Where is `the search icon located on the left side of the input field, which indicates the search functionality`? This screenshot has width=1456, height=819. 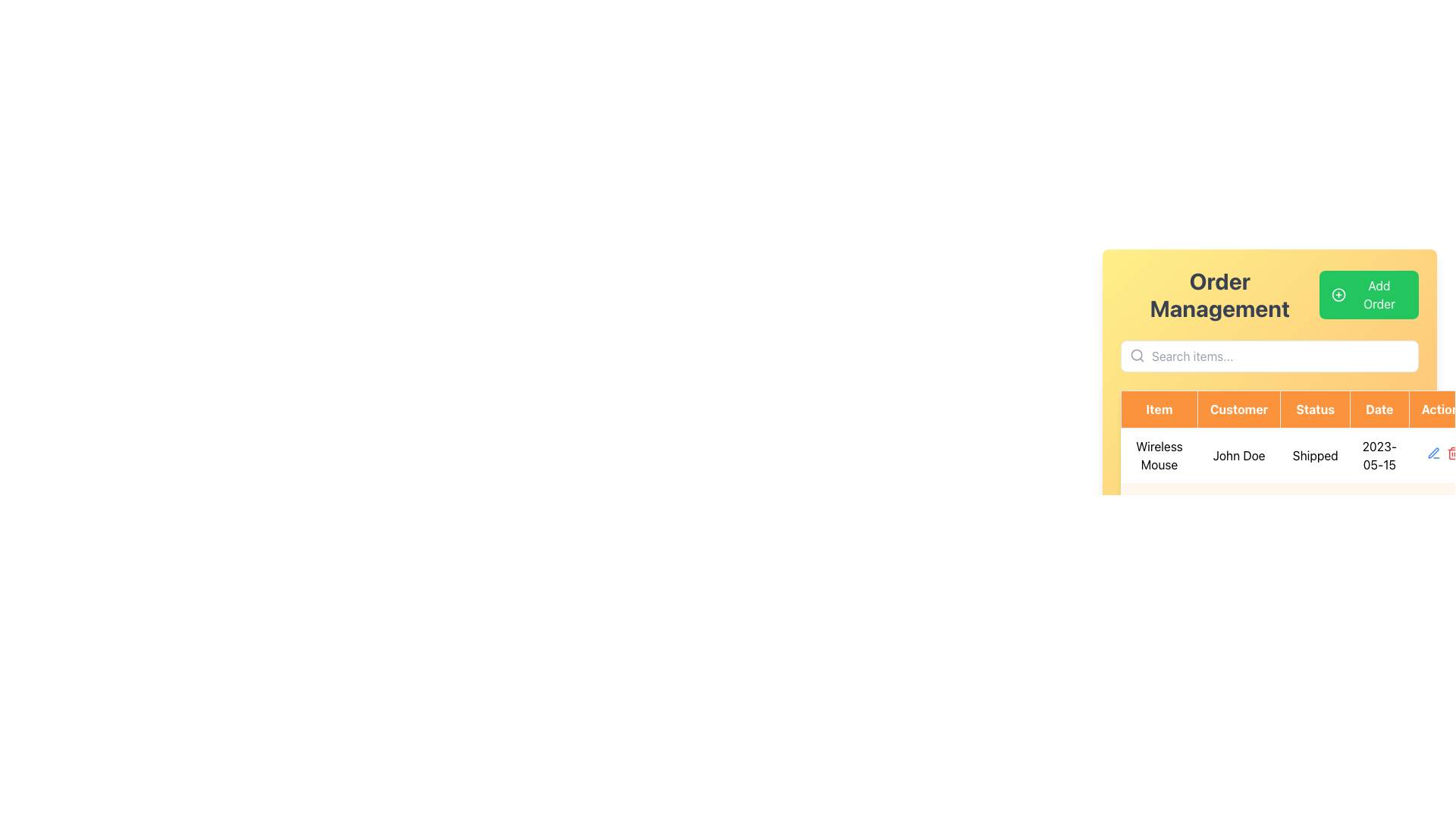
the search icon located on the left side of the input field, which indicates the search functionality is located at coordinates (1137, 356).